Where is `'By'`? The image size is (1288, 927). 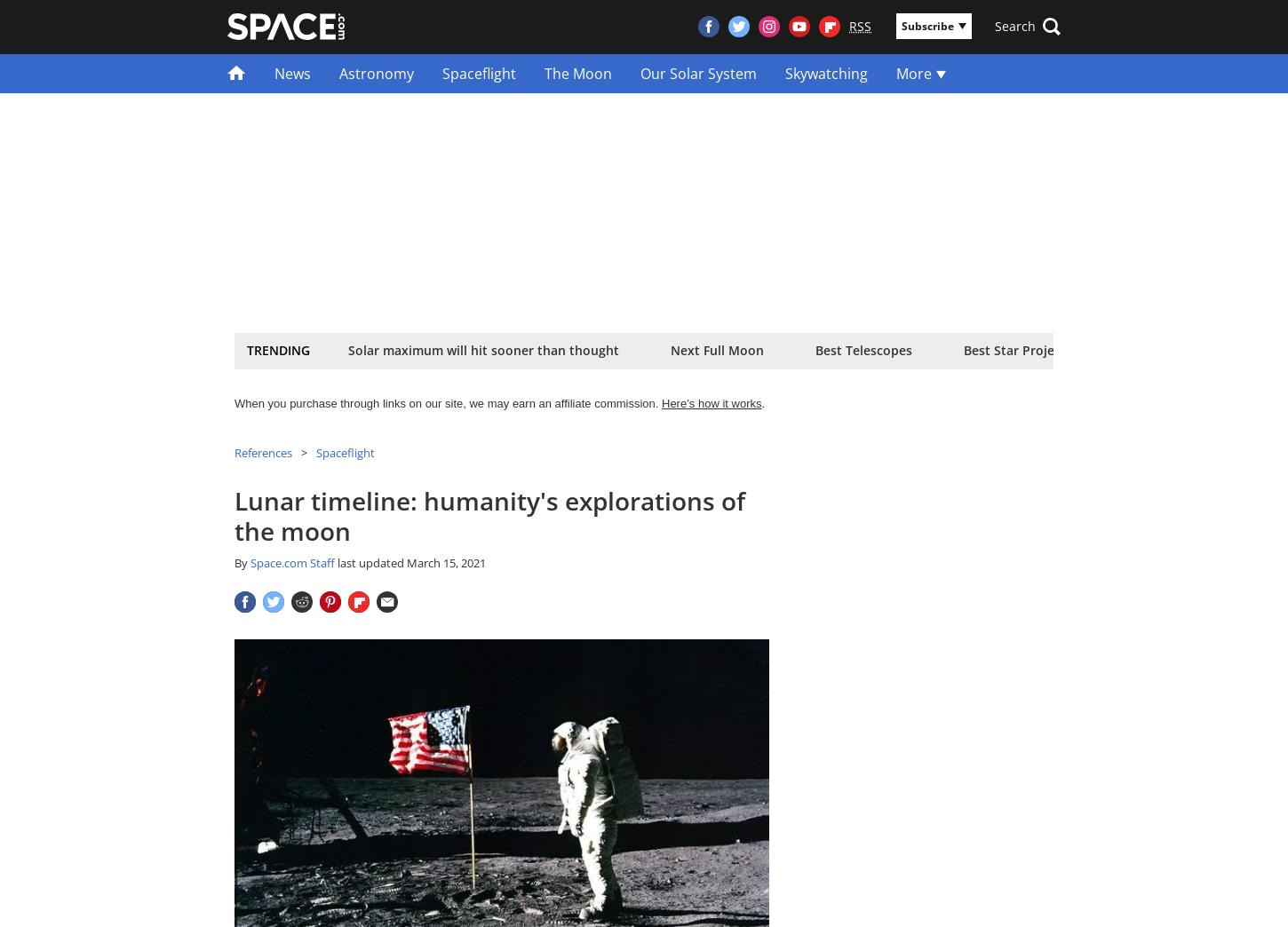
'By' is located at coordinates (242, 563).